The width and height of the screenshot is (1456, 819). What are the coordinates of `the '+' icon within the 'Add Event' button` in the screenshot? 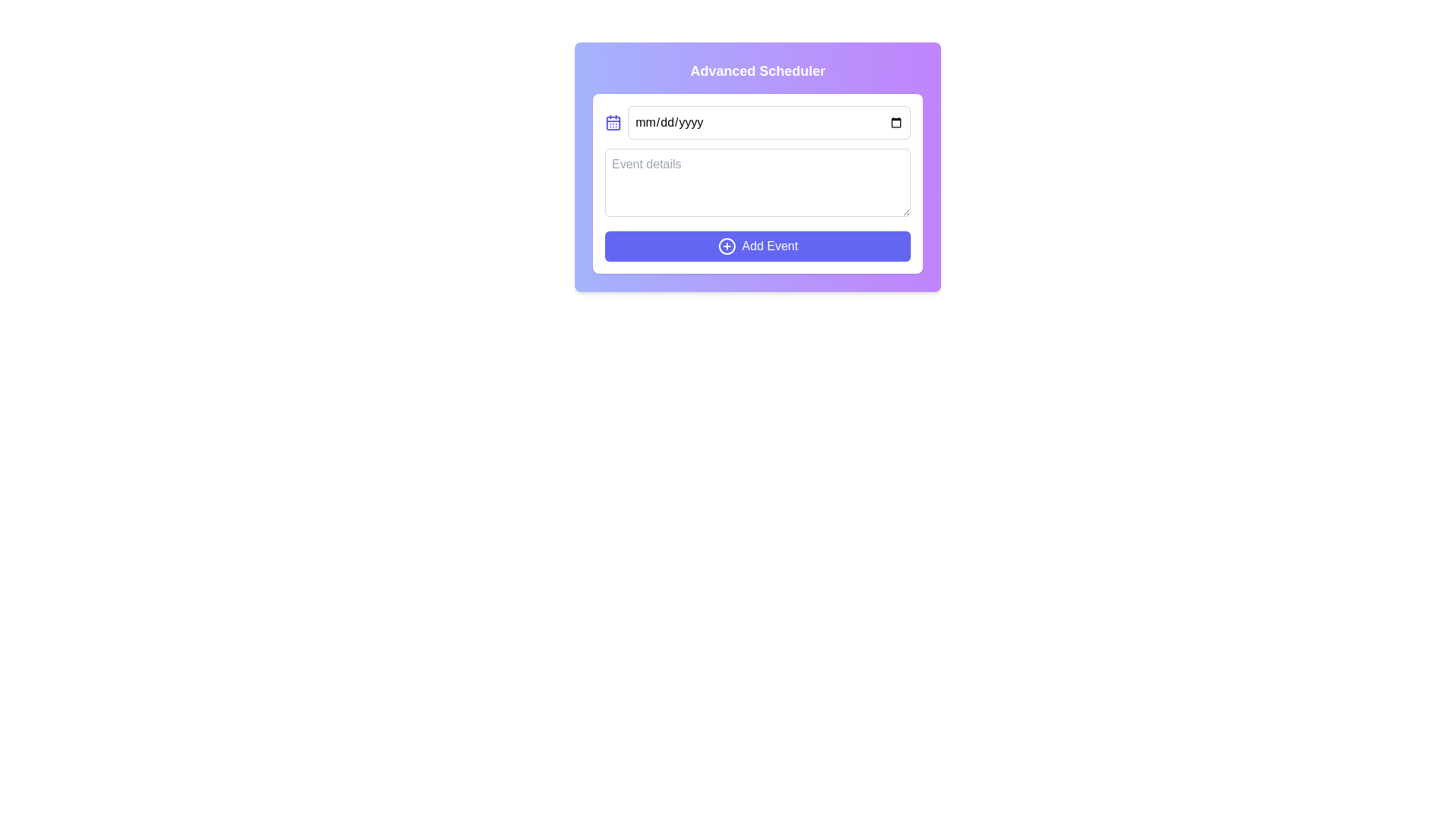 It's located at (726, 245).